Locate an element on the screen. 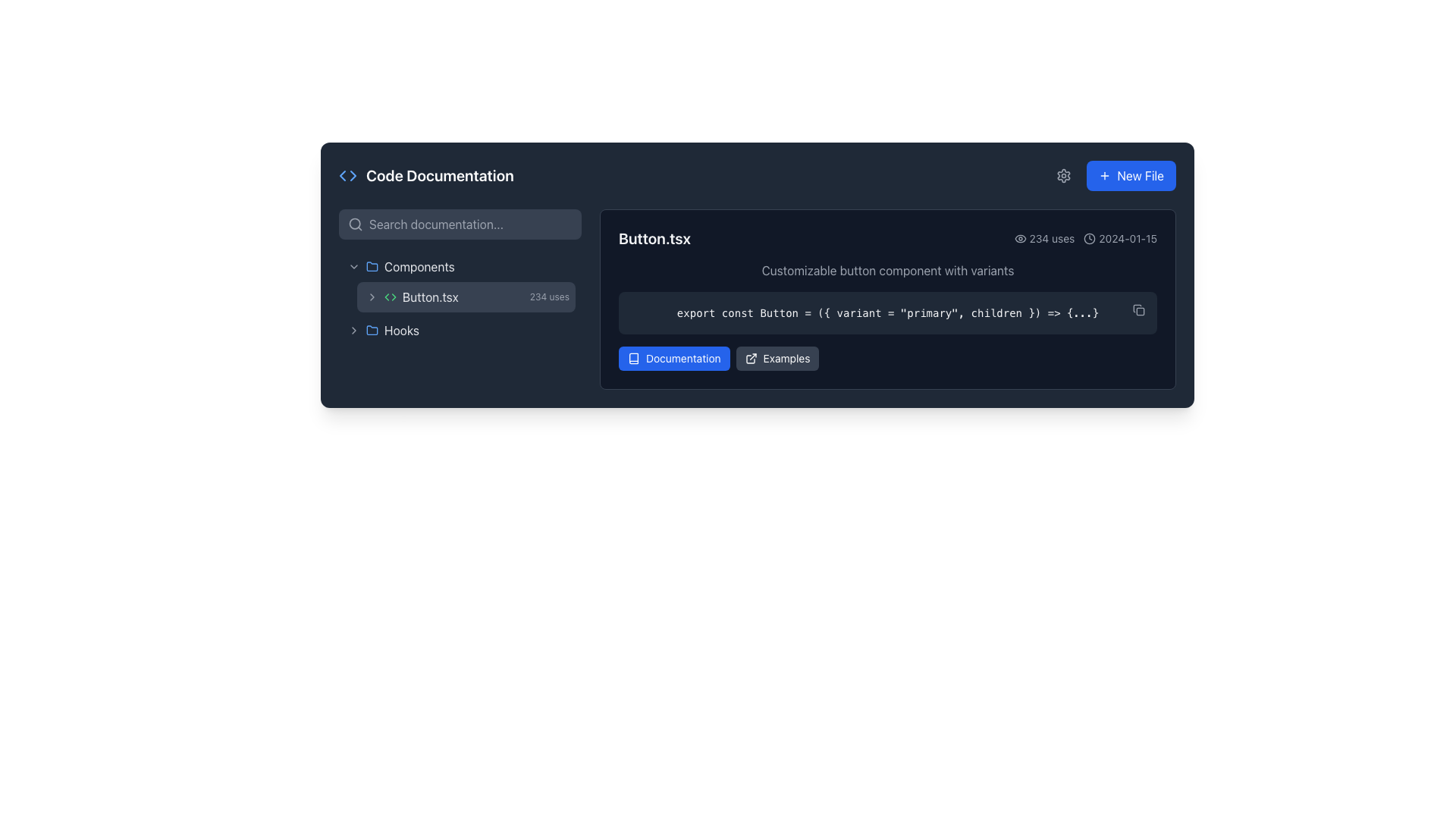 The image size is (1456, 819). the Information bar at the top of the card displaying metadata such as file name, usage statistics, and timestamp is located at coordinates (888, 239).